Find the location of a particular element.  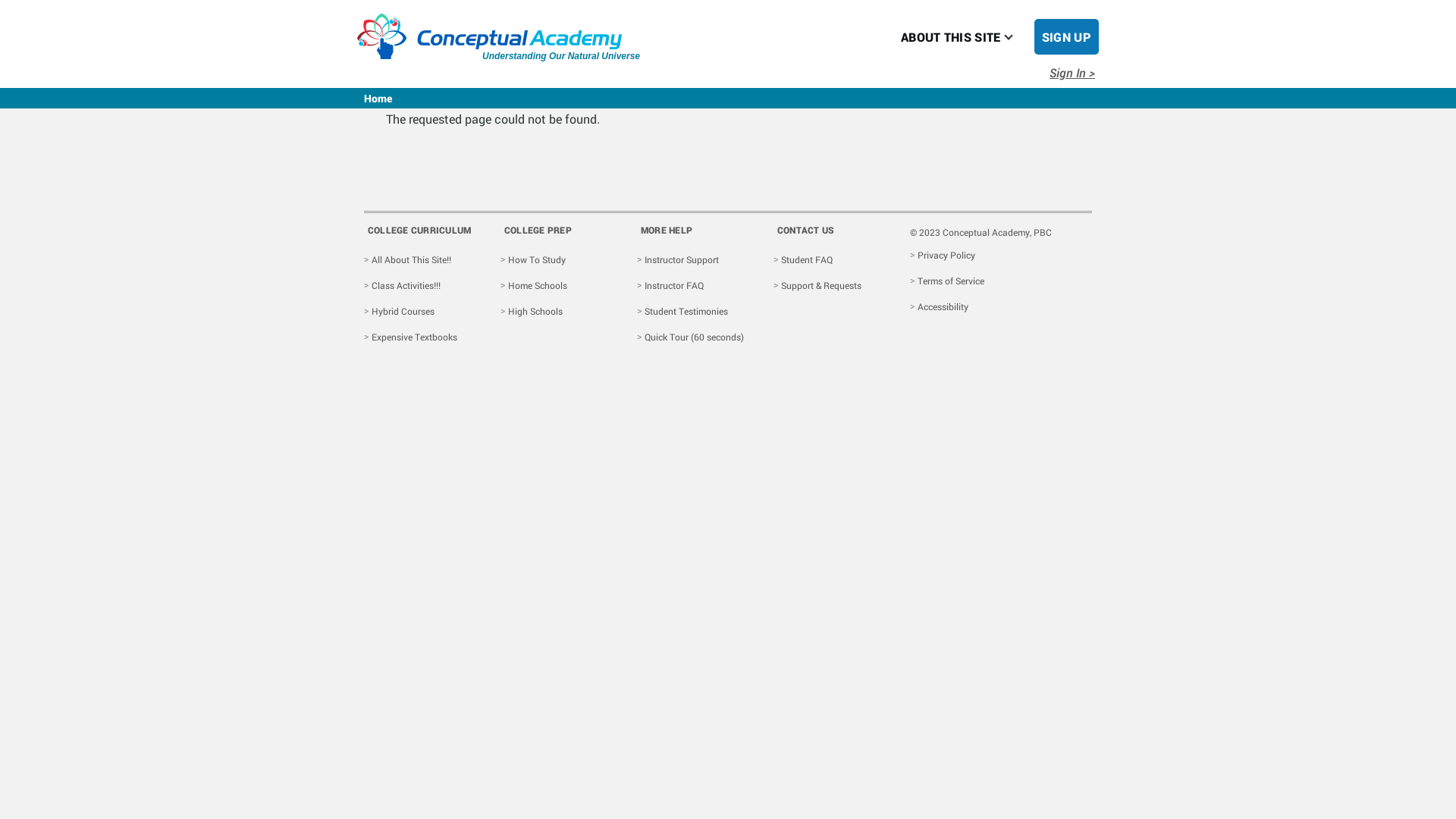

'ABOUT THIS SITE' is located at coordinates (901, 36).